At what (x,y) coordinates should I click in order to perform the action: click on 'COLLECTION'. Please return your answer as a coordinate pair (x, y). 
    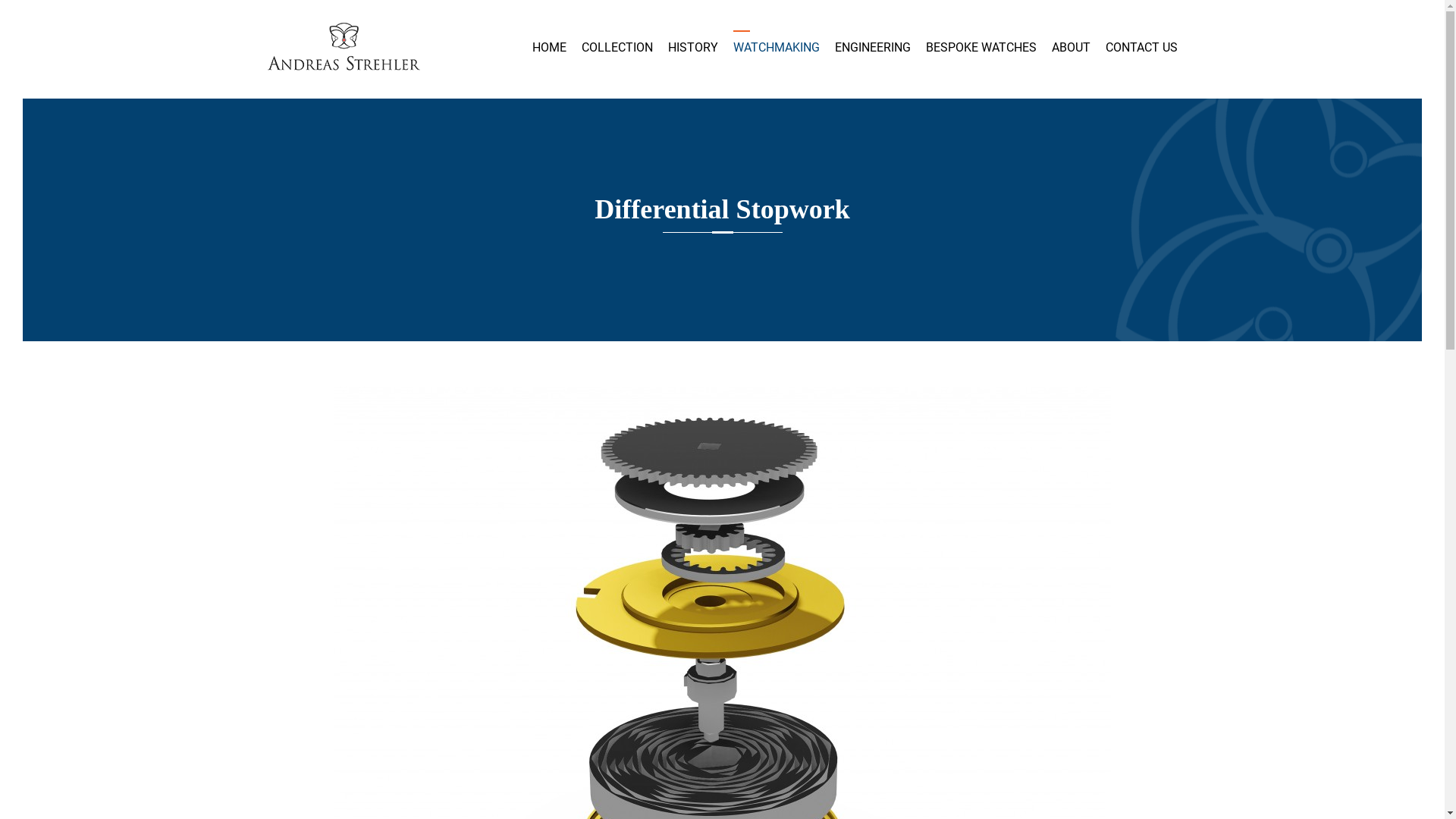
    Looking at the image, I should click on (580, 46).